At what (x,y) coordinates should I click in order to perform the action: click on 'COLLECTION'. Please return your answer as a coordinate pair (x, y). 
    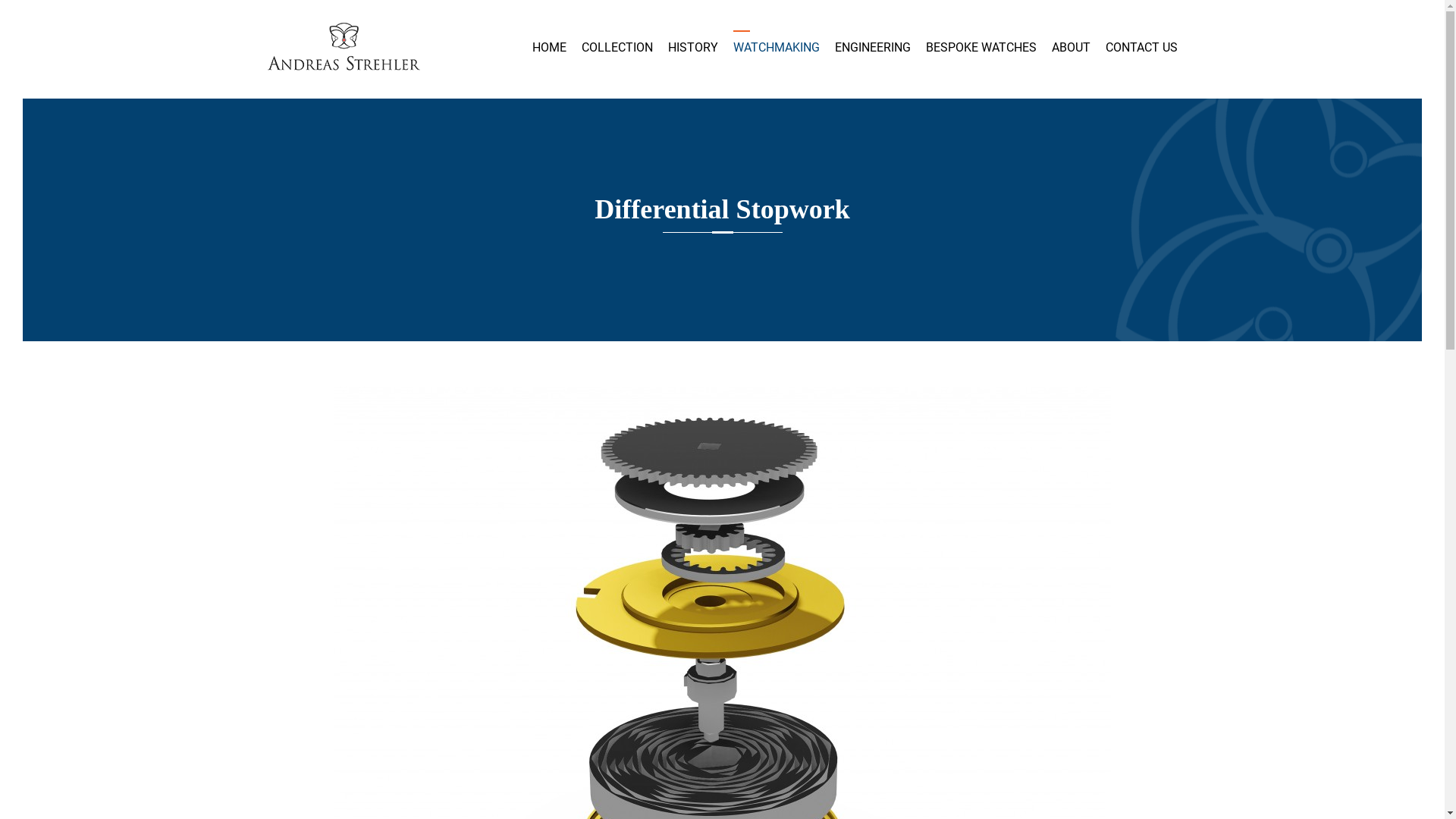
    Looking at the image, I should click on (580, 46).